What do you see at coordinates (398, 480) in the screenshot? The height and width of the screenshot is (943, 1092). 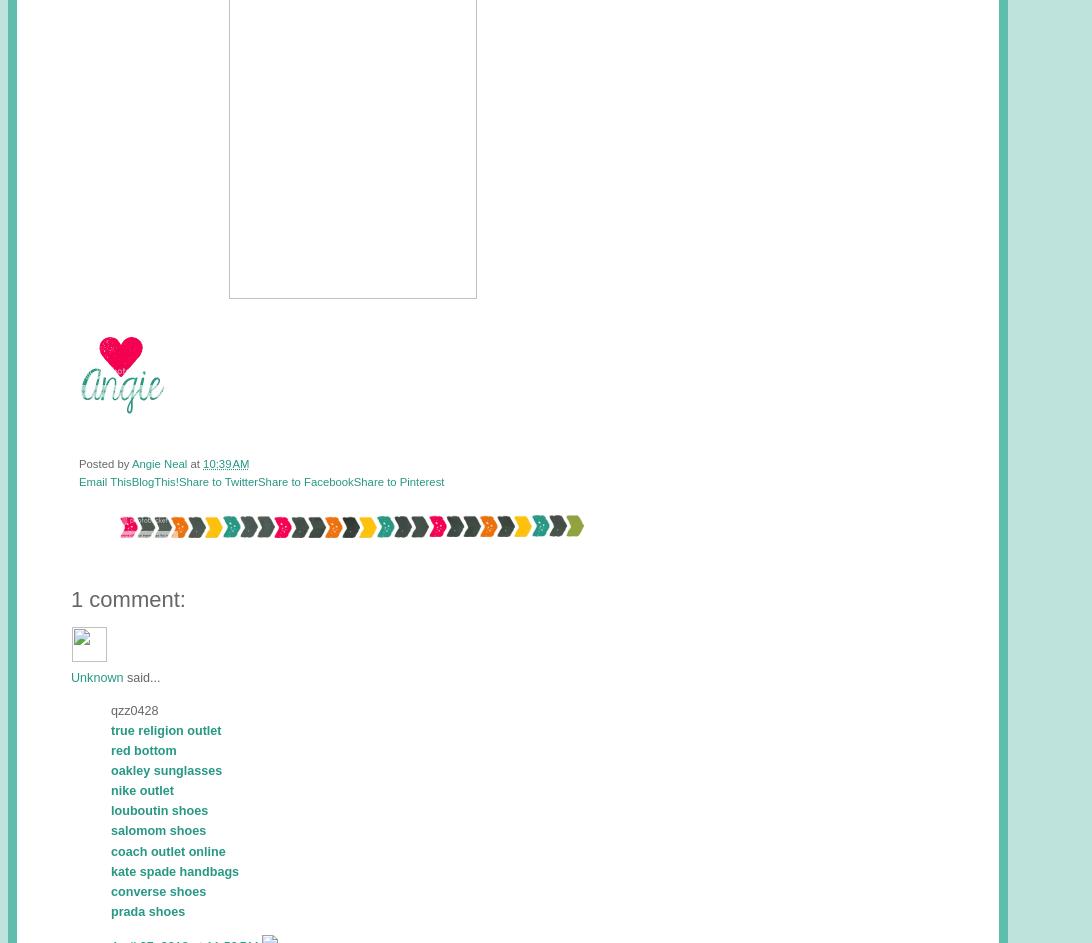 I see `'Share to Pinterest'` at bounding box center [398, 480].